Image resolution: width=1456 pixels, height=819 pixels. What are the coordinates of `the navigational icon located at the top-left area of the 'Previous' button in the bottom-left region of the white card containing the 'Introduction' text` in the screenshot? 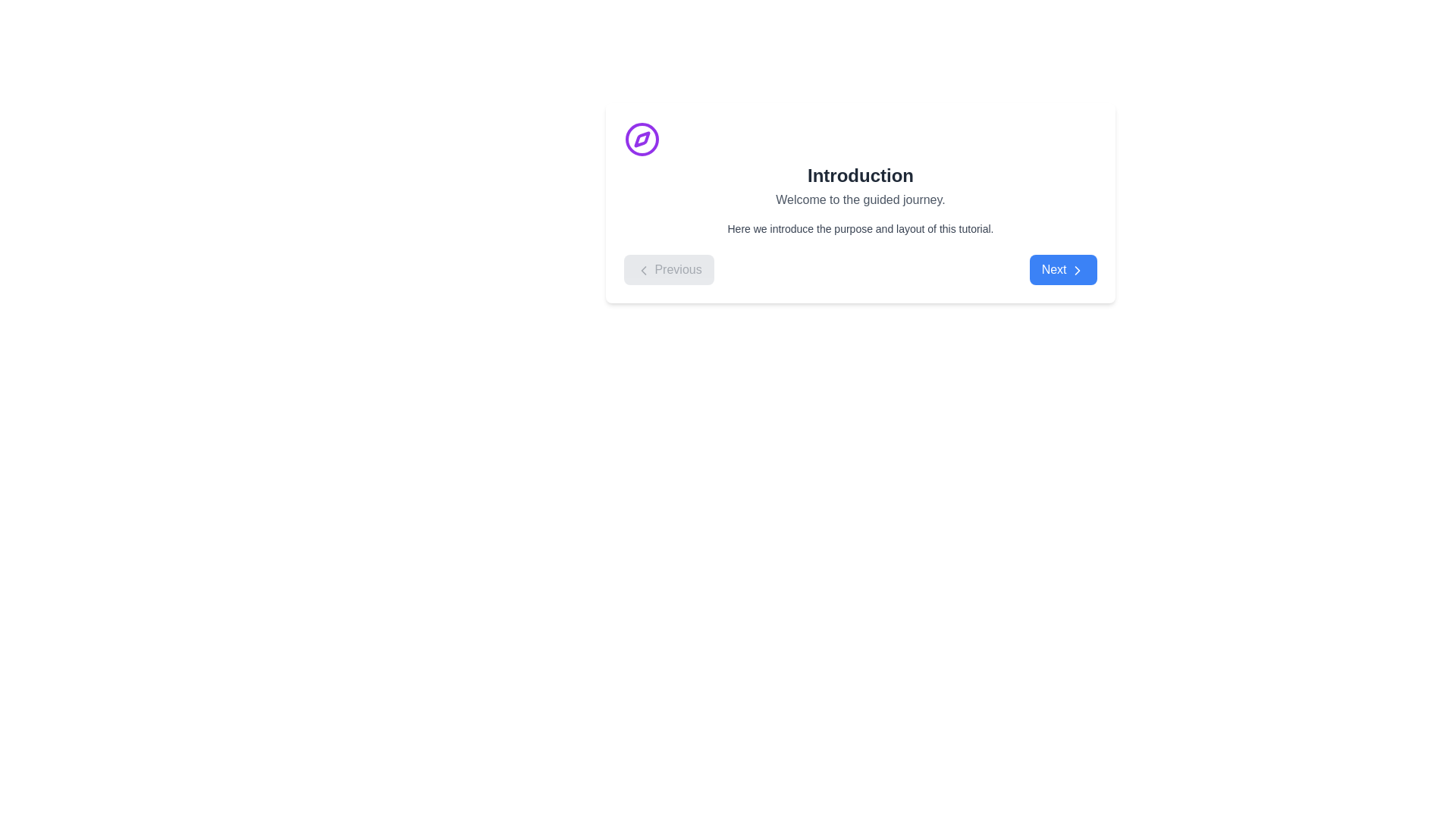 It's located at (644, 268).